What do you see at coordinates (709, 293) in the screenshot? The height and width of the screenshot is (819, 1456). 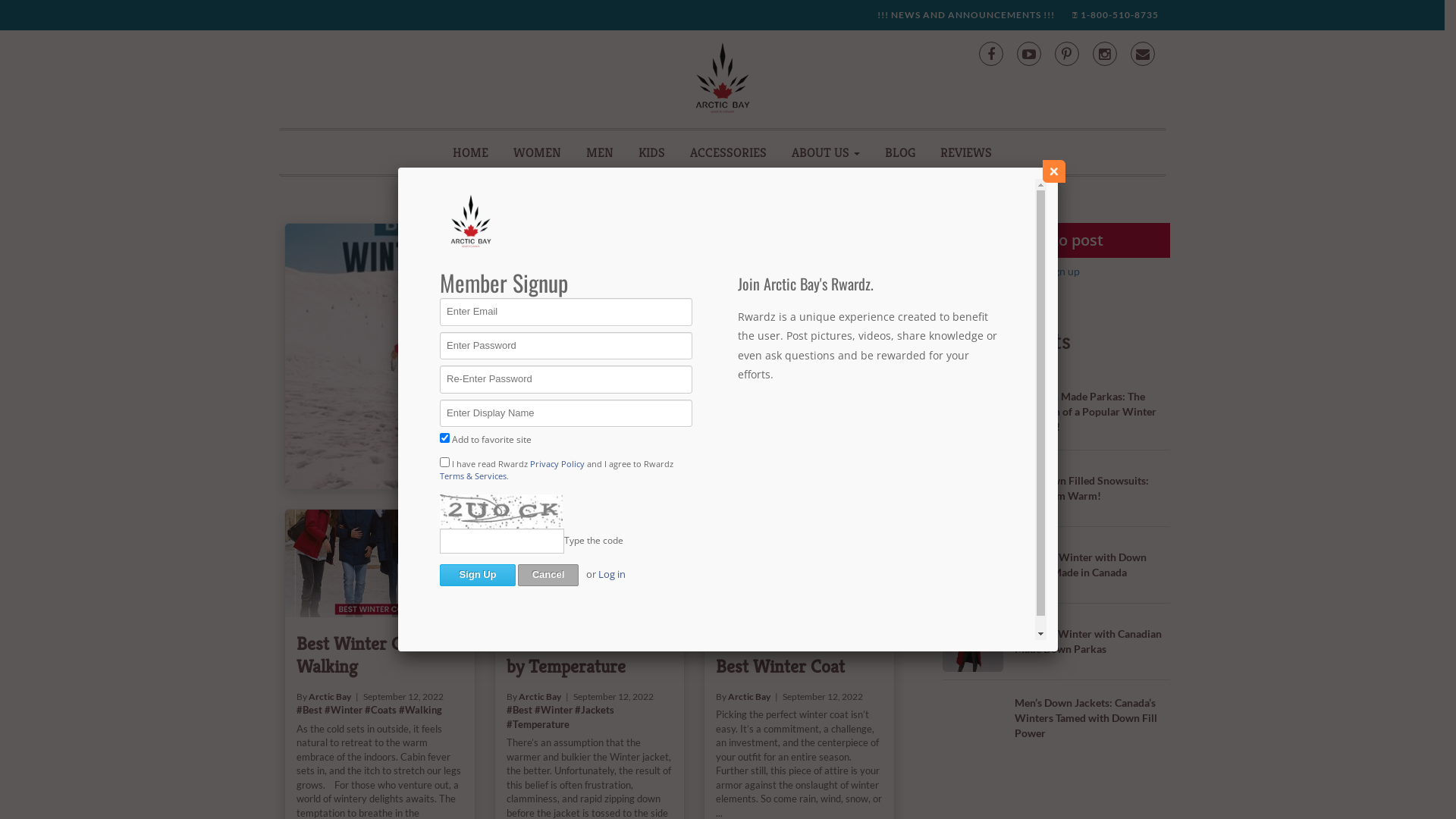 I see `'#Winter'` at bounding box center [709, 293].